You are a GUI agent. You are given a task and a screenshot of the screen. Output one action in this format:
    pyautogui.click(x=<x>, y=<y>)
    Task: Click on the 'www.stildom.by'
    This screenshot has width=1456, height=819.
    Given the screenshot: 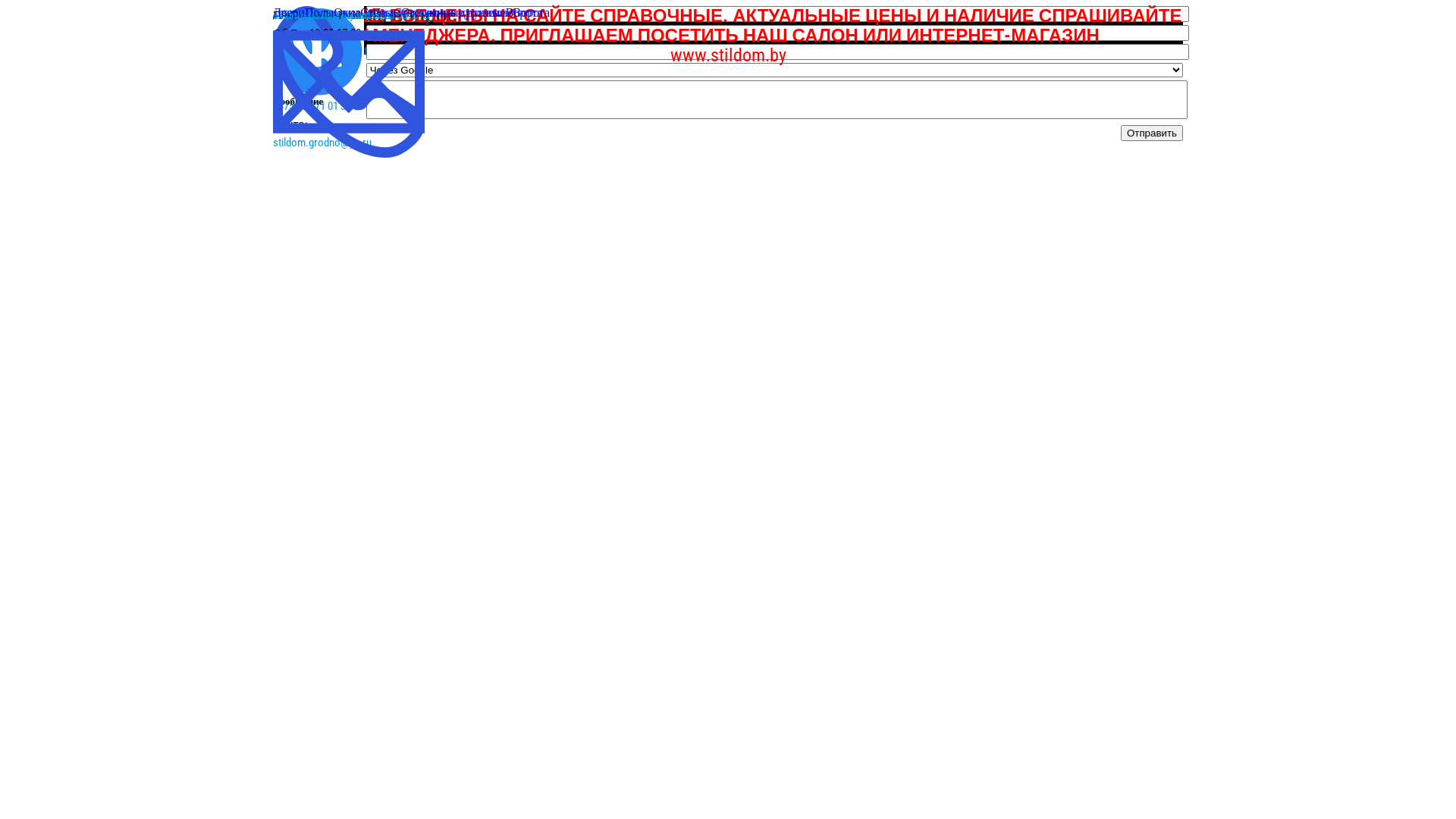 What is the action you would take?
    pyautogui.click(x=728, y=55)
    